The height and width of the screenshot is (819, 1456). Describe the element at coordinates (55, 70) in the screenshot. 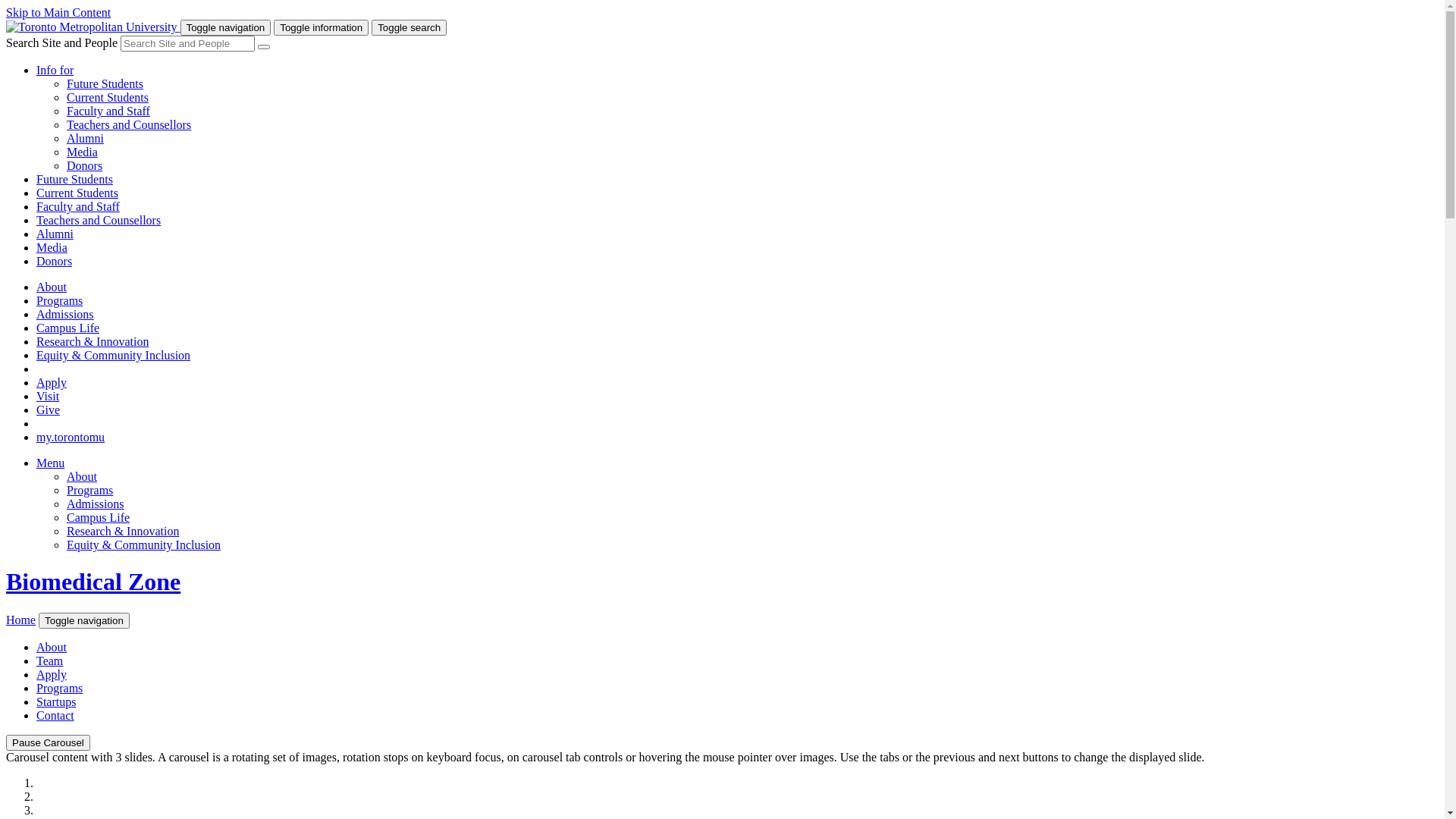

I see `'Info for'` at that location.